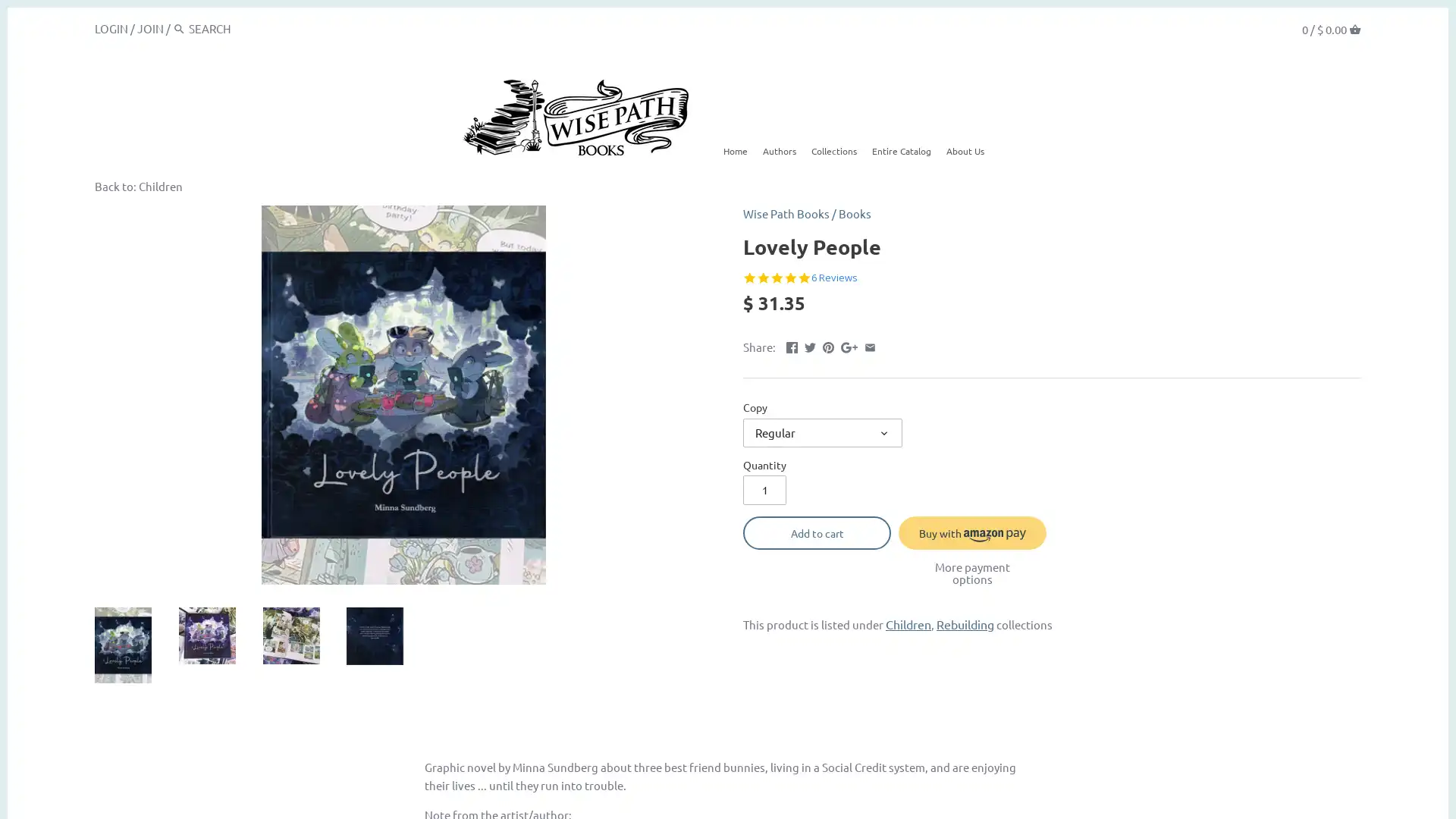 The width and height of the screenshot is (1456, 819). What do you see at coordinates (972, 532) in the screenshot?
I see `Buy now with Amazon Pay` at bounding box center [972, 532].